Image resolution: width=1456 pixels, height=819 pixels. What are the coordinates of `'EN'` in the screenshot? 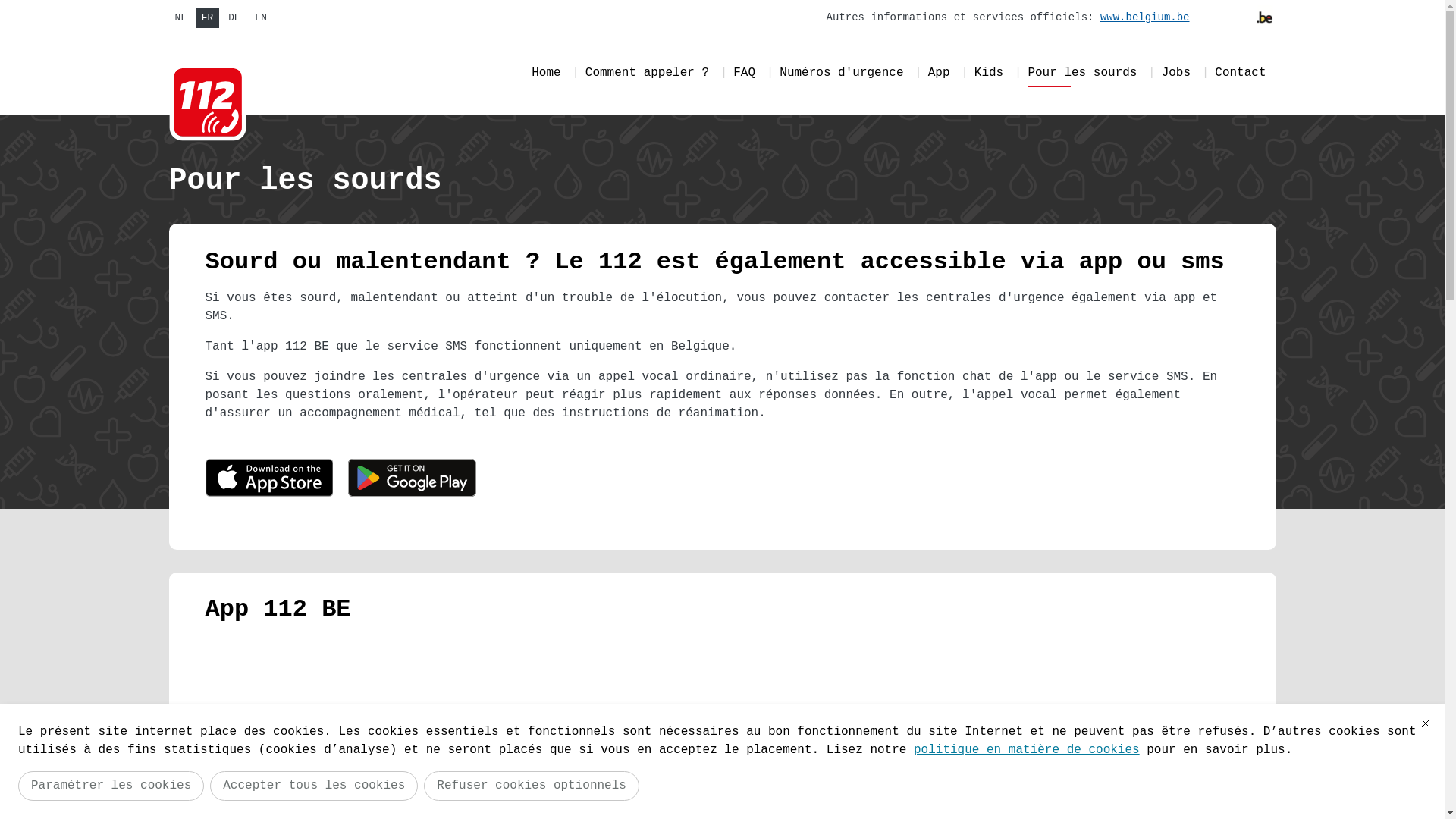 It's located at (261, 17).